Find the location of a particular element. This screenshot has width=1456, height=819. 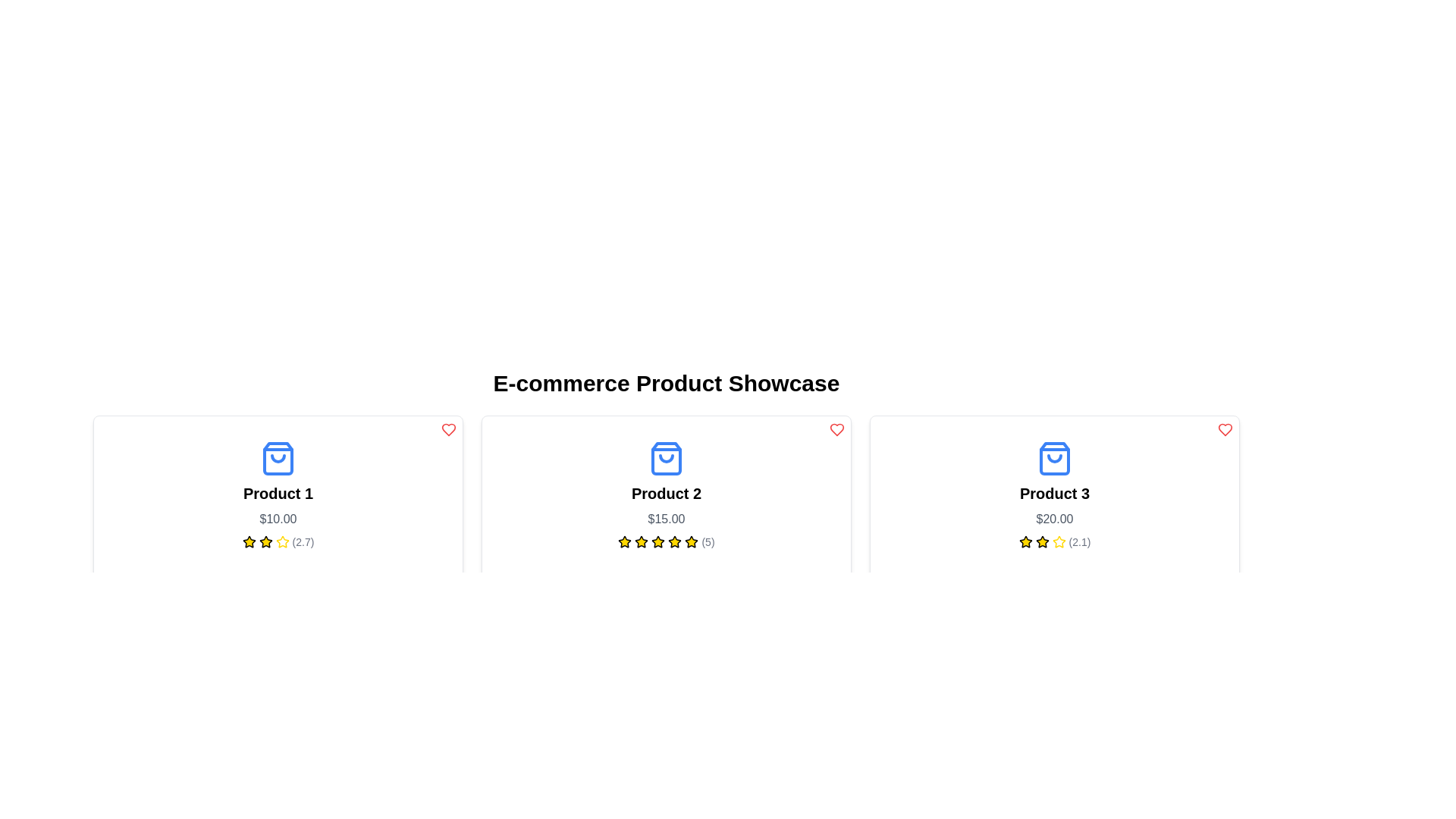

the second star-shaped icon in the rating section below the product description for 'Product 3' is located at coordinates (1041, 541).